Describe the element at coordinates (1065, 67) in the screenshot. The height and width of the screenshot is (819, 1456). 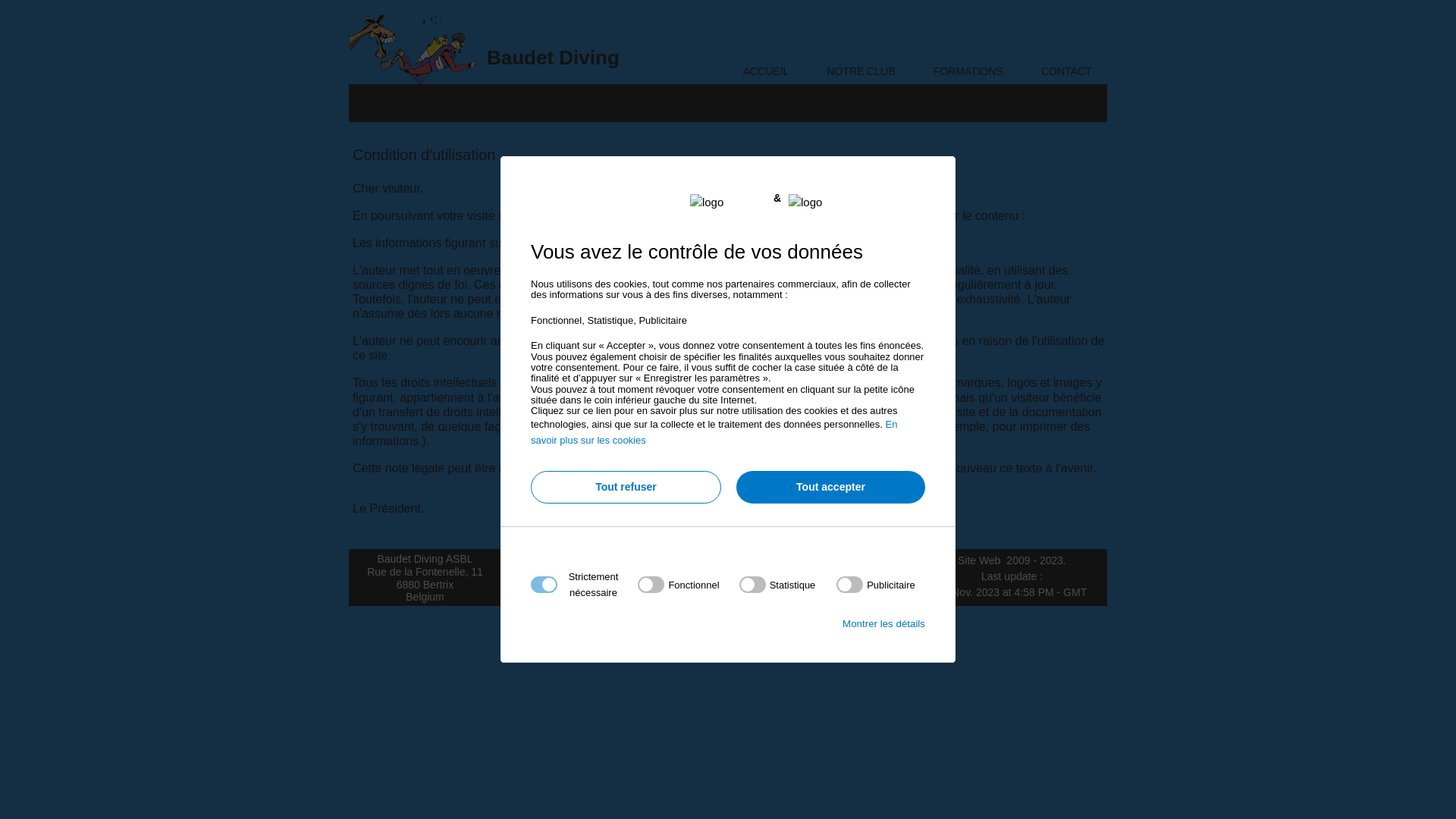
I see `'CONTACT'` at that location.